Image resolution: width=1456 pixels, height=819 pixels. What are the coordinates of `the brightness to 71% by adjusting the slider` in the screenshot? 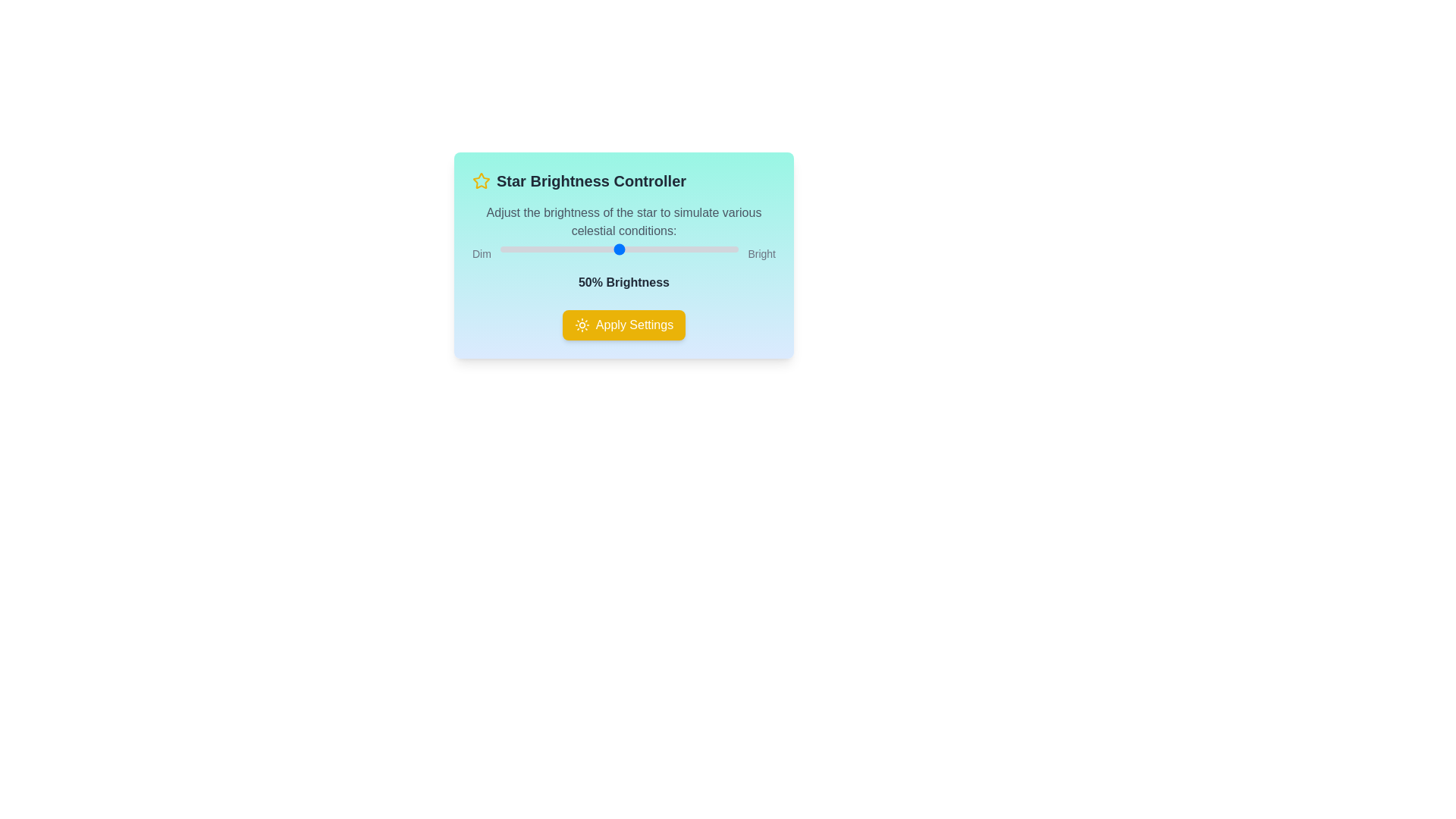 It's located at (669, 248).